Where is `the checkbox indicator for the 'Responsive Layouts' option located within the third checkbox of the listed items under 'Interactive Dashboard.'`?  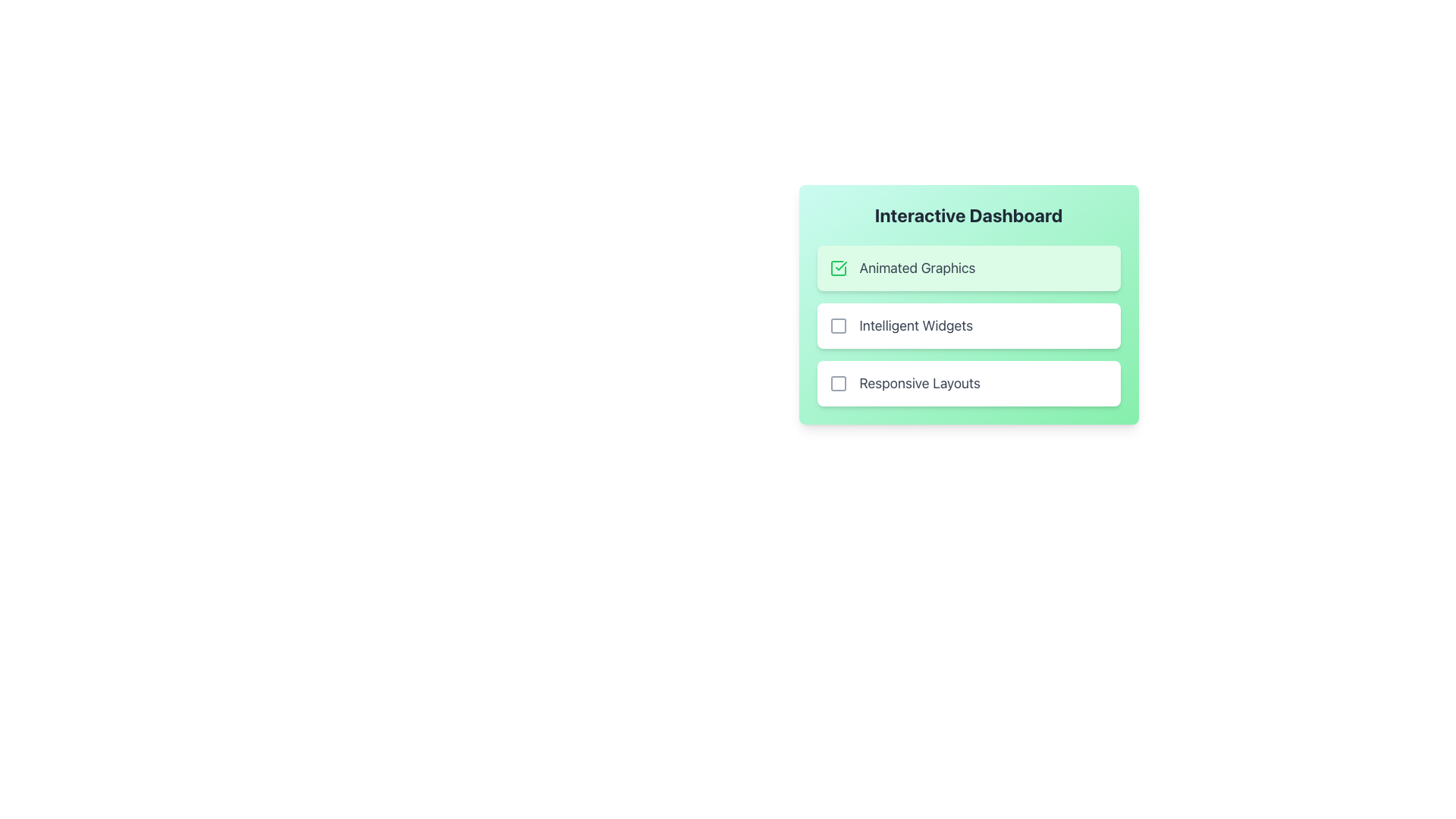 the checkbox indicator for the 'Responsive Layouts' option located within the third checkbox of the listed items under 'Interactive Dashboard.' is located at coordinates (837, 382).